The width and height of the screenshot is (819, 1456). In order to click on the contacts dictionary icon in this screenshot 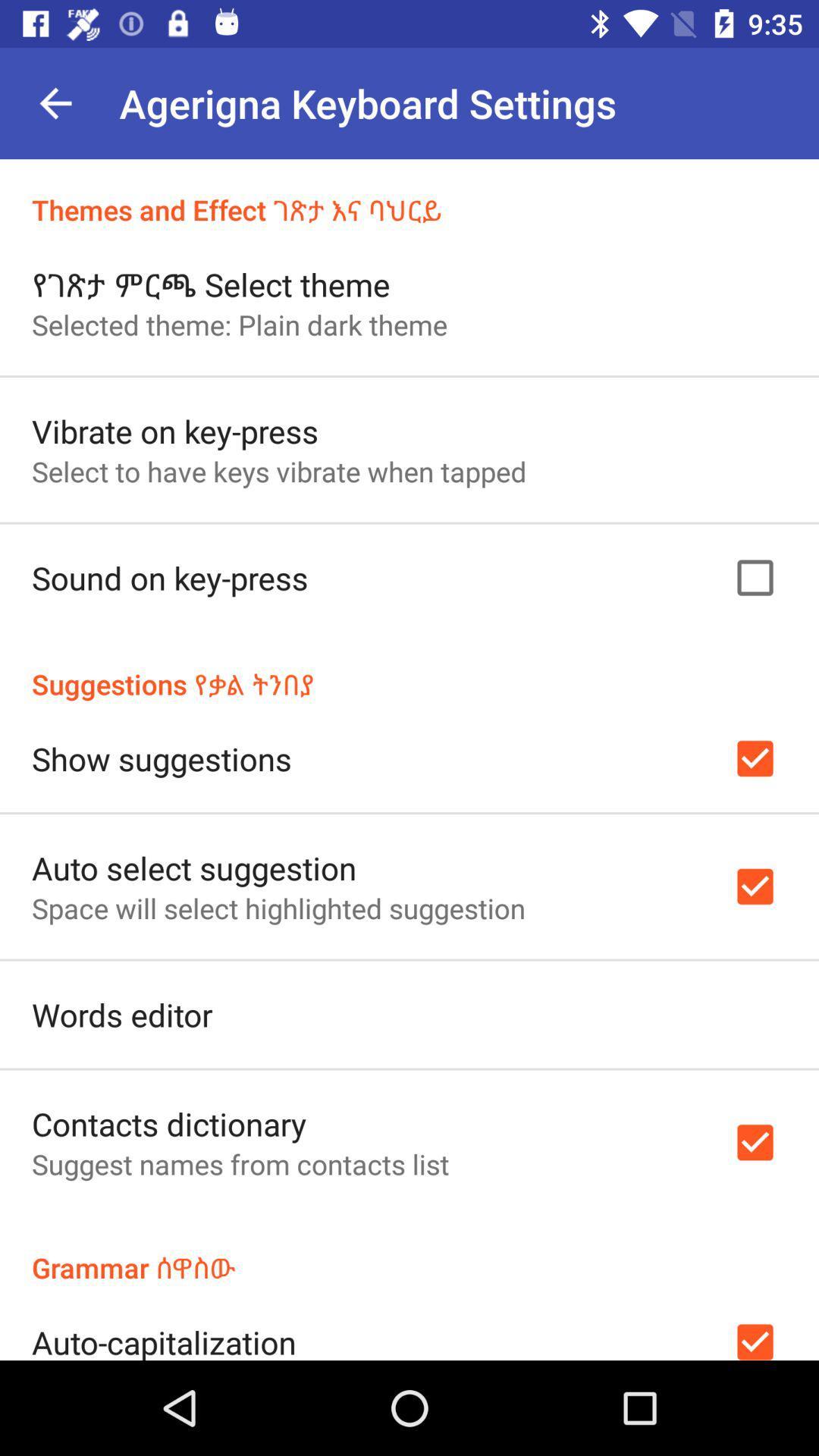, I will do `click(169, 1124)`.